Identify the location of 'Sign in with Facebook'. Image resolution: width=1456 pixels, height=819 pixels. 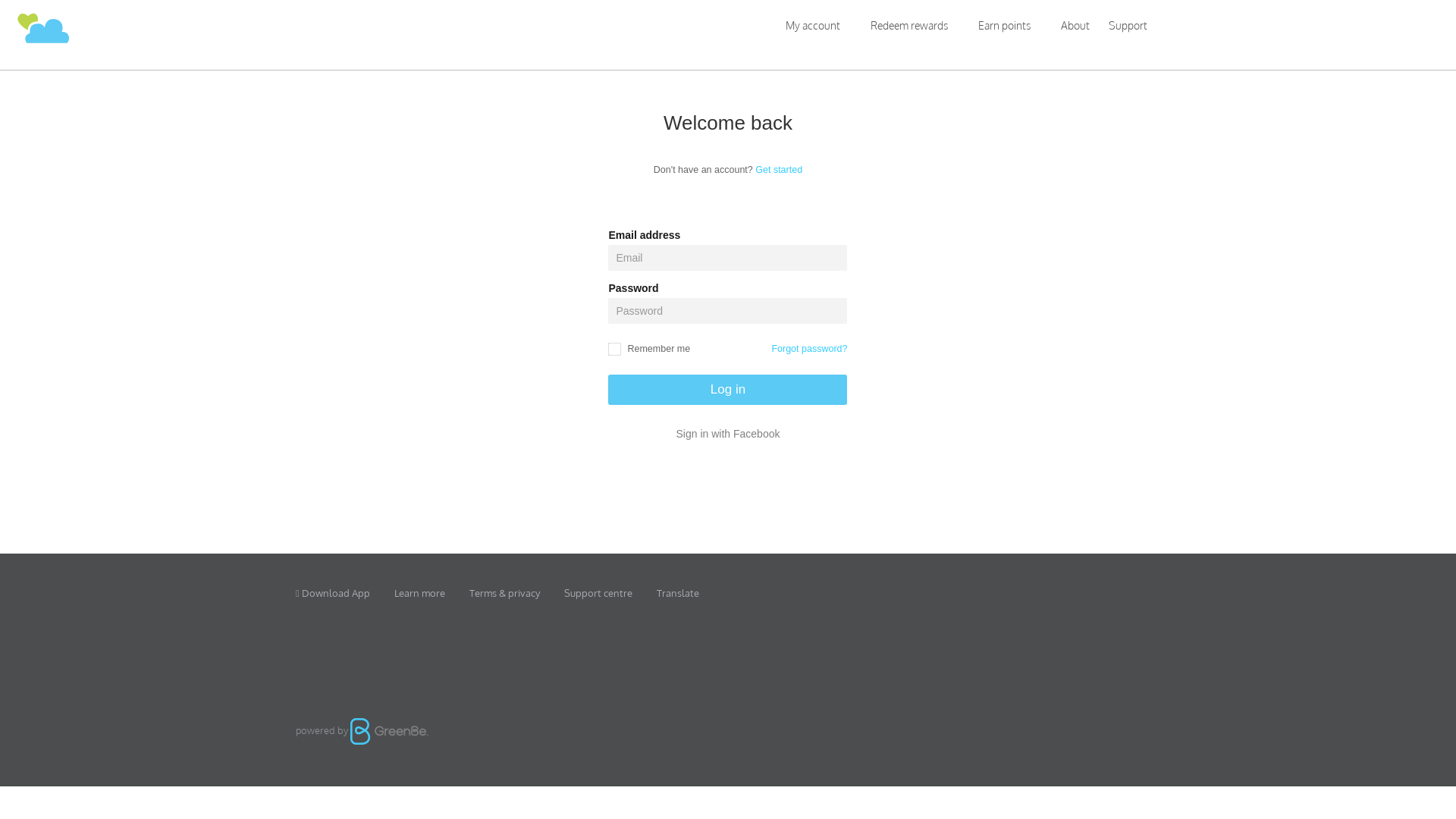
(726, 433).